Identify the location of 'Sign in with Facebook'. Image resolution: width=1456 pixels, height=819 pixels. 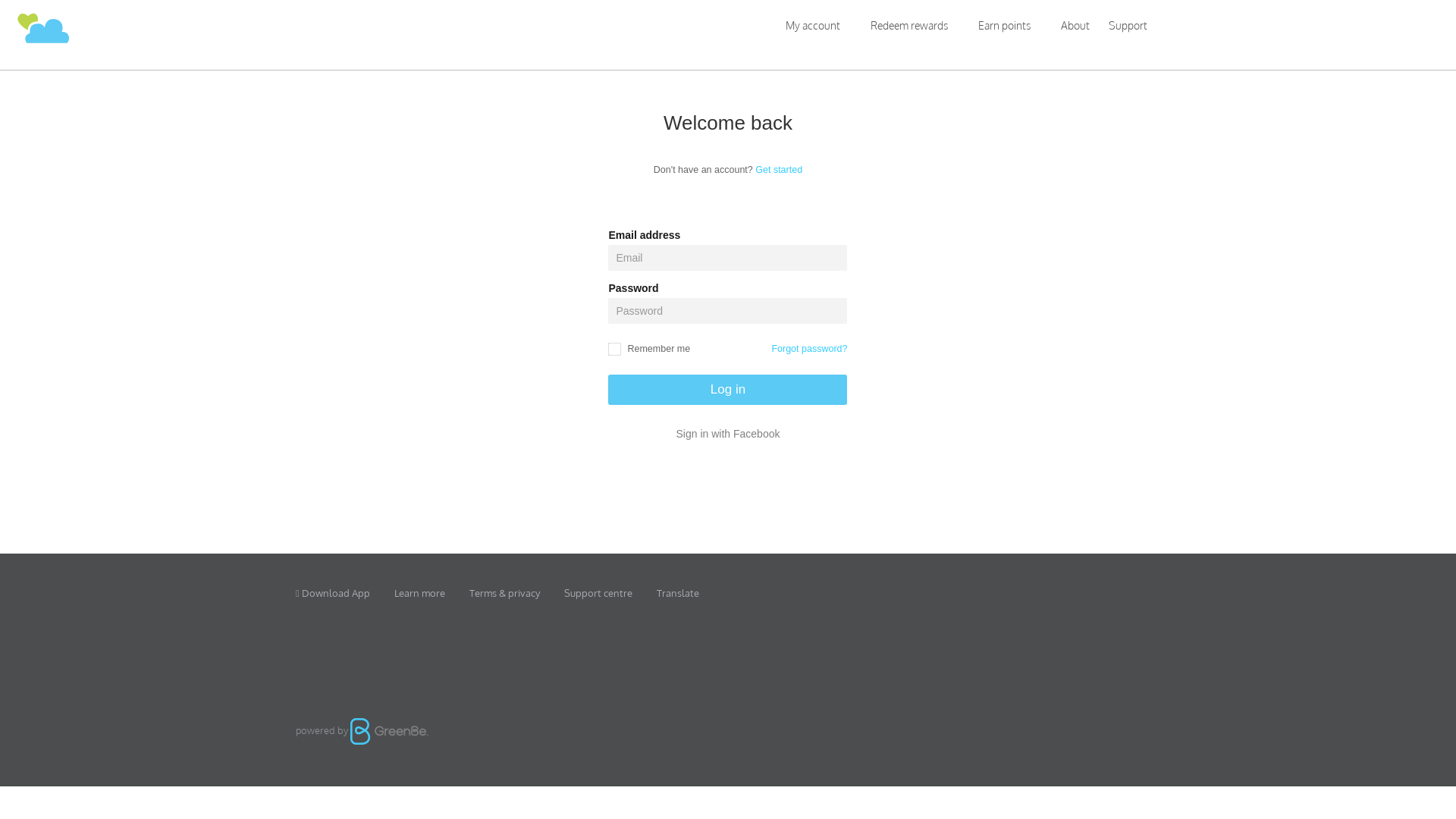
(726, 433).